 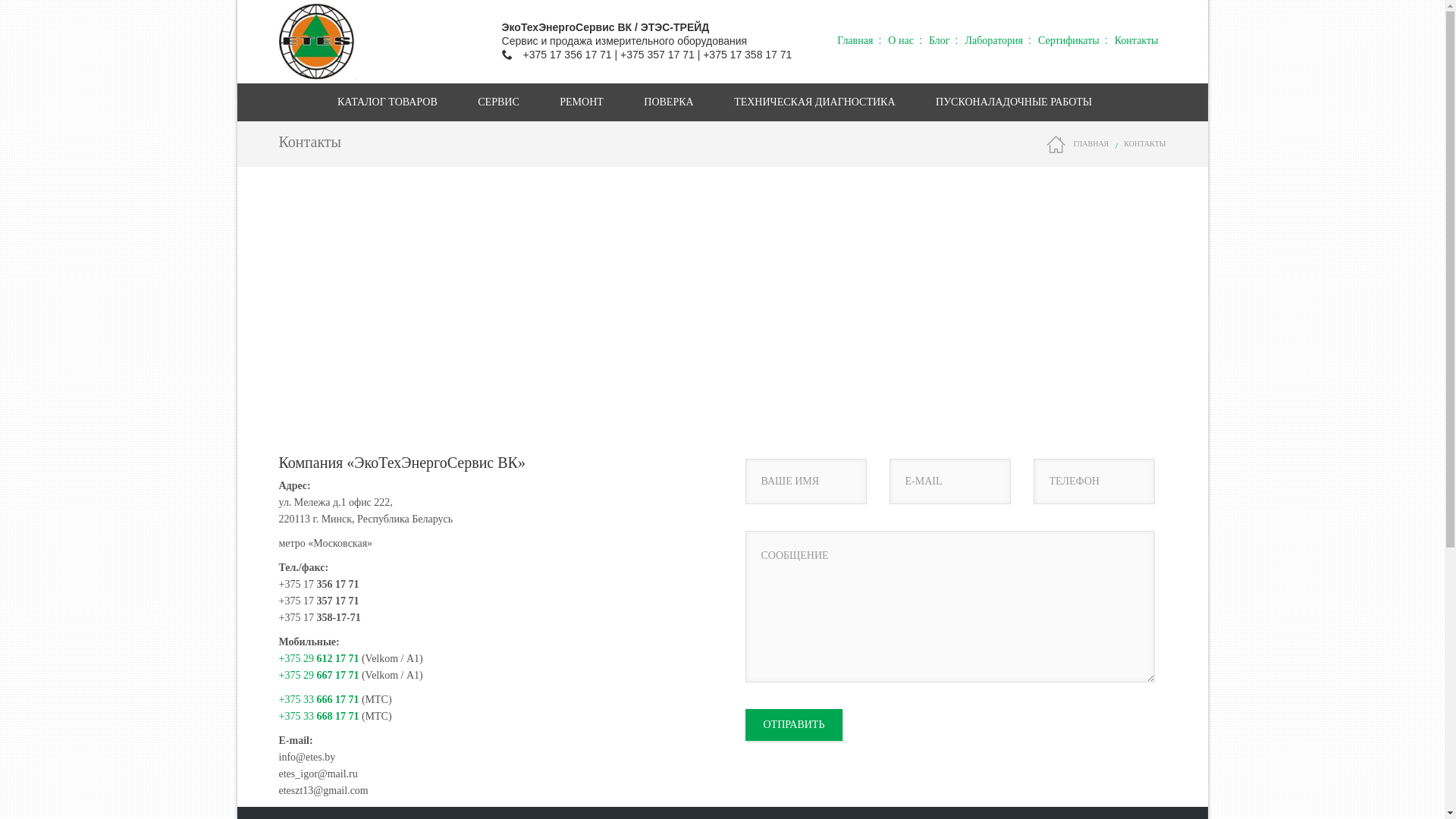 I want to click on '+375 33 666 17 71', so click(x=279, y=699).